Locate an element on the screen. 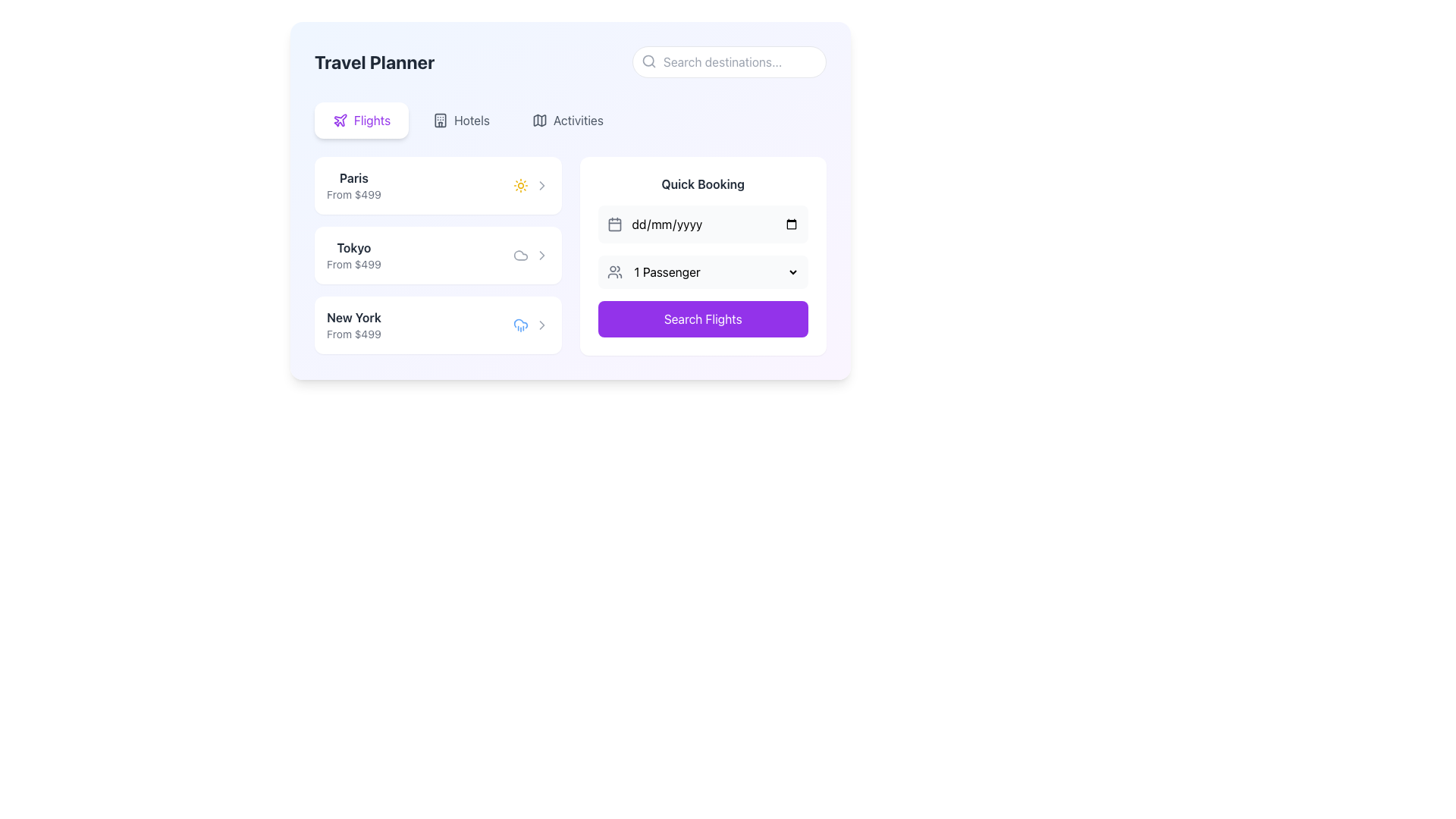 The width and height of the screenshot is (1456, 819). the 'Flights' text element is located at coordinates (372, 119).